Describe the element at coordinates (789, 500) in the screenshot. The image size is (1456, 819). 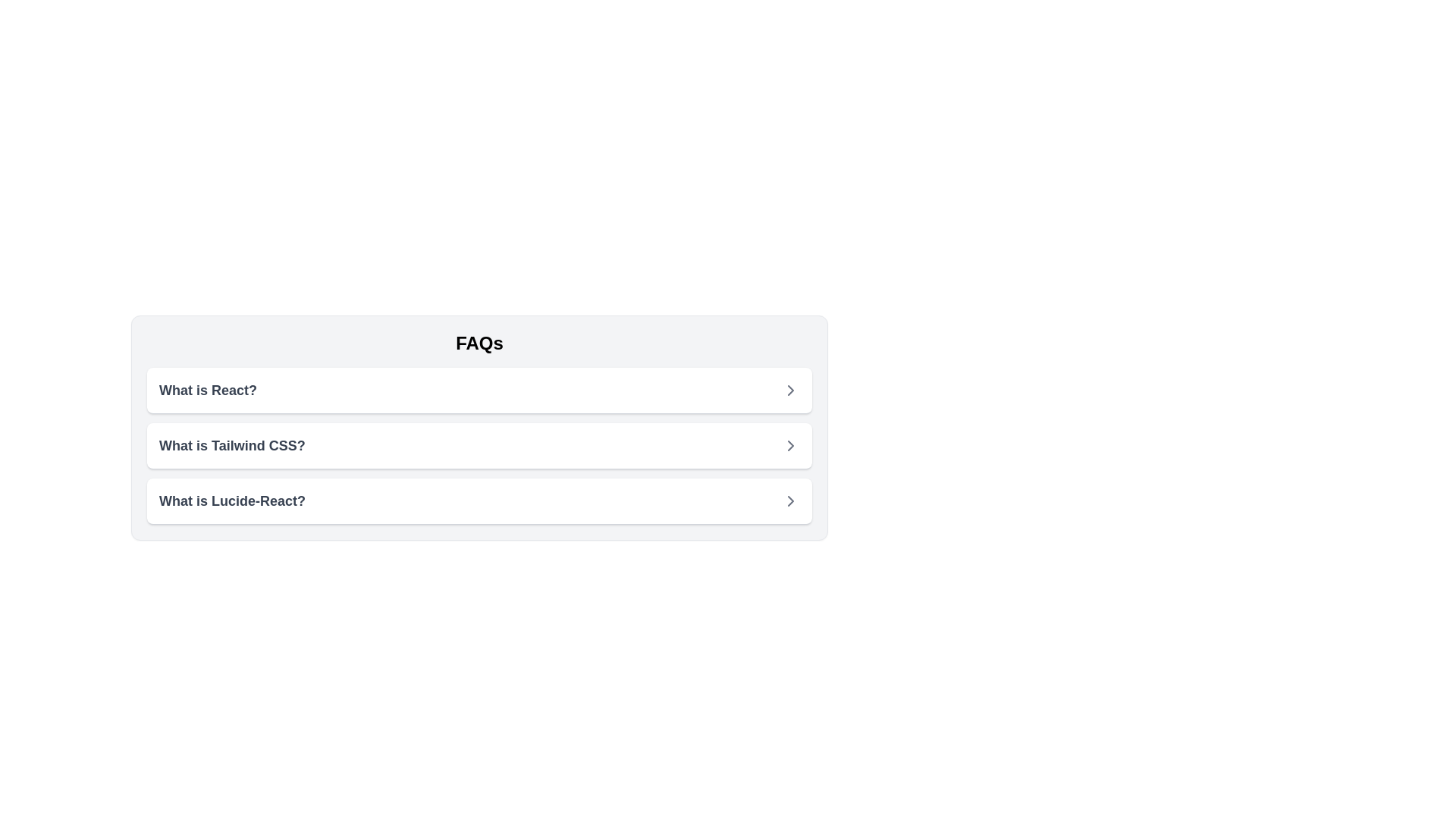
I see `the right-facing gray chevron icon located to the far right of the 'What is Lucide-React?' FAQ entry to trigger the tooltip or effect` at that location.